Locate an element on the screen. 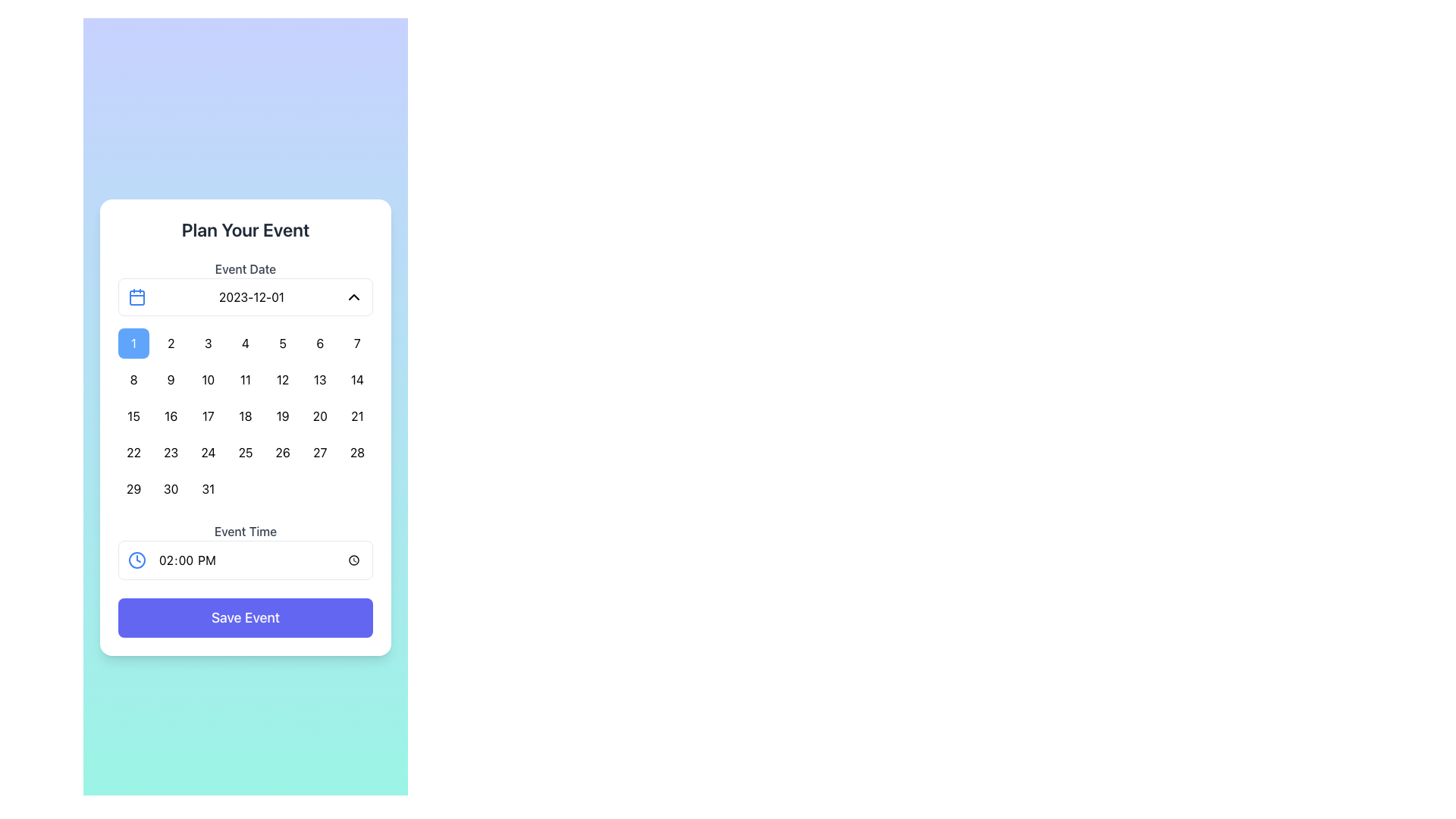 The width and height of the screenshot is (1456, 819). the interactive day selector button located in the fourth row and seventh column of the calendar grid is located at coordinates (356, 452).